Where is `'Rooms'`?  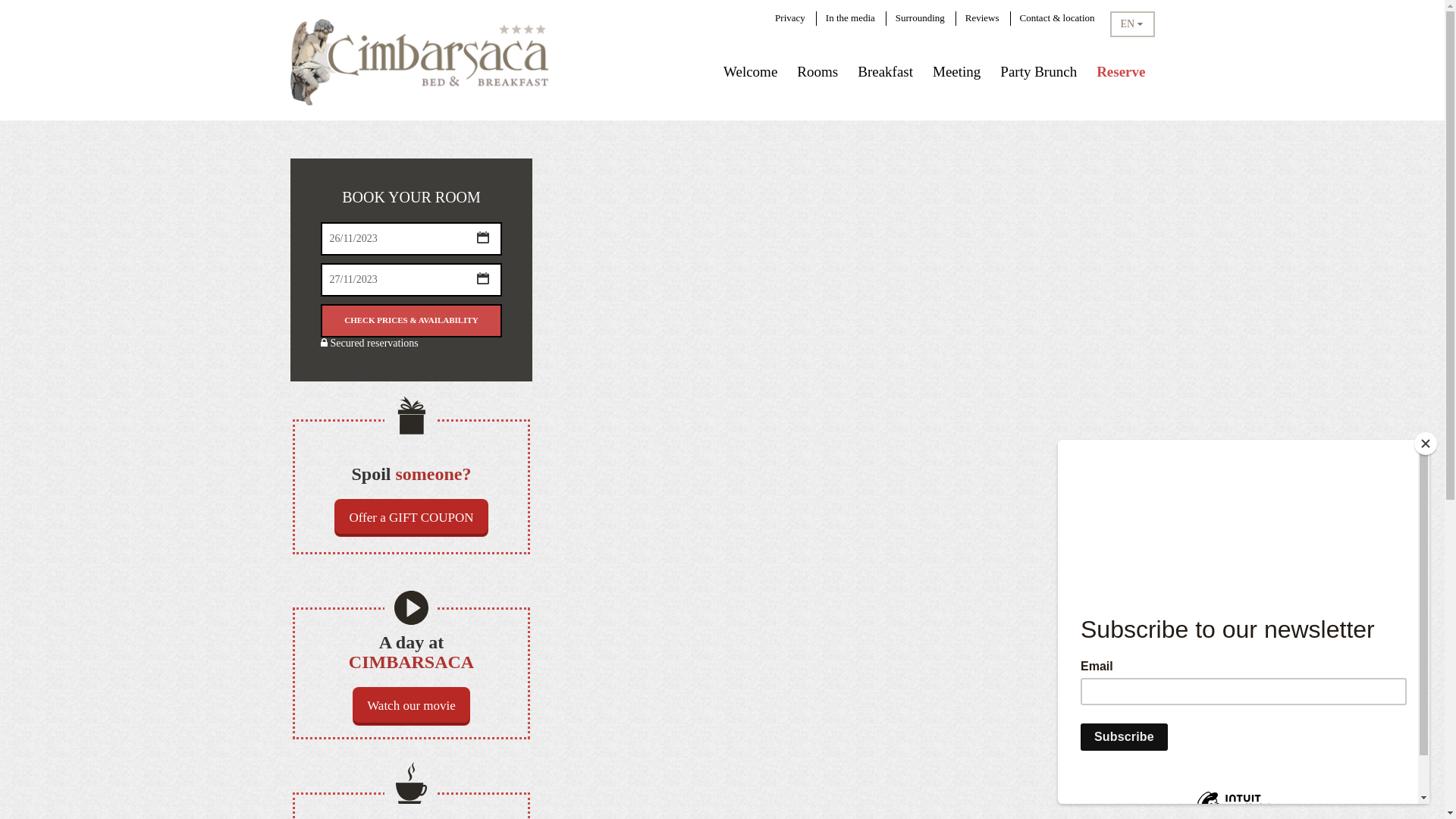
'Rooms' is located at coordinates (817, 71).